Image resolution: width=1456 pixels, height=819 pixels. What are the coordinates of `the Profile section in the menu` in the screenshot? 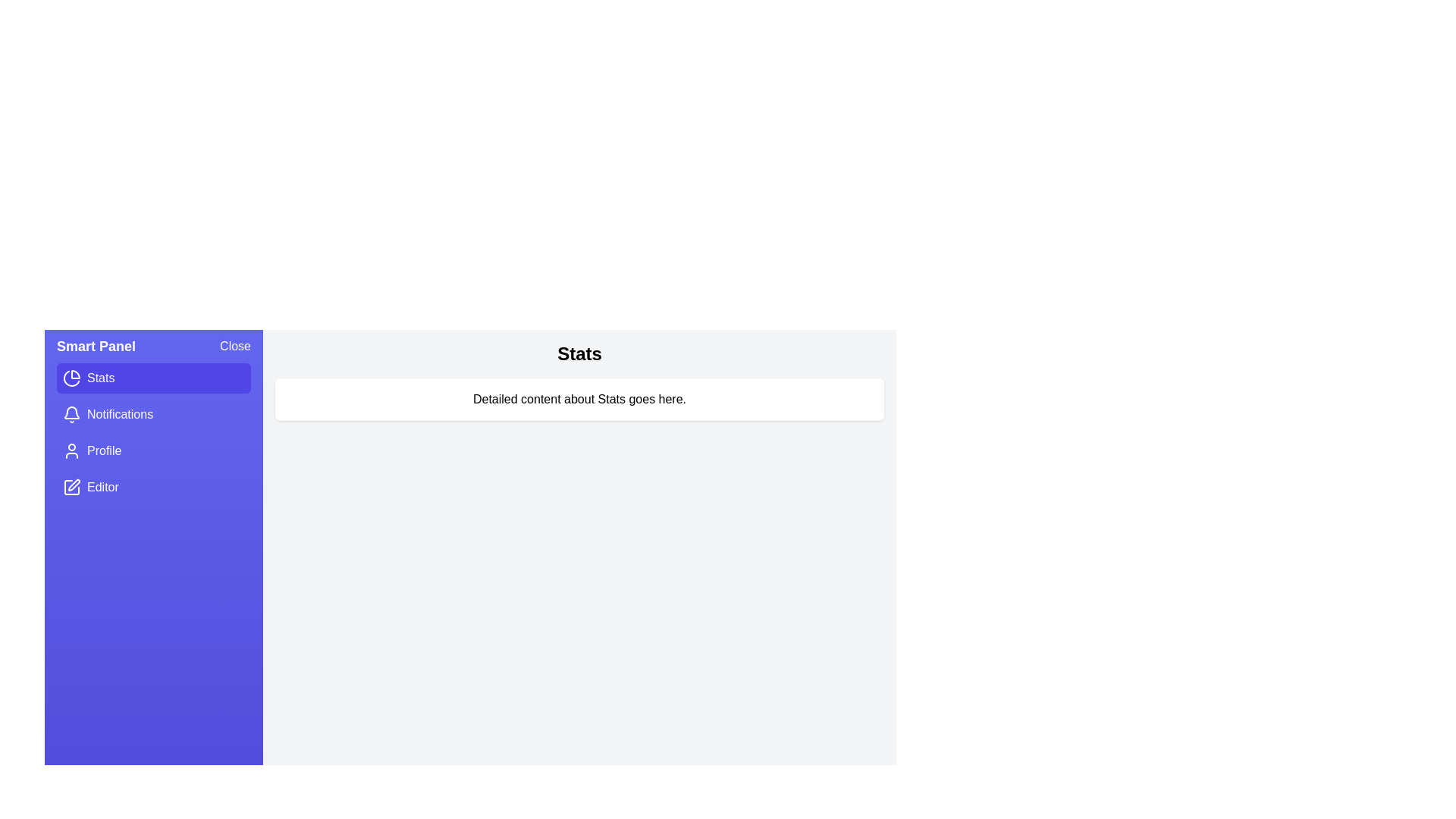 It's located at (153, 450).